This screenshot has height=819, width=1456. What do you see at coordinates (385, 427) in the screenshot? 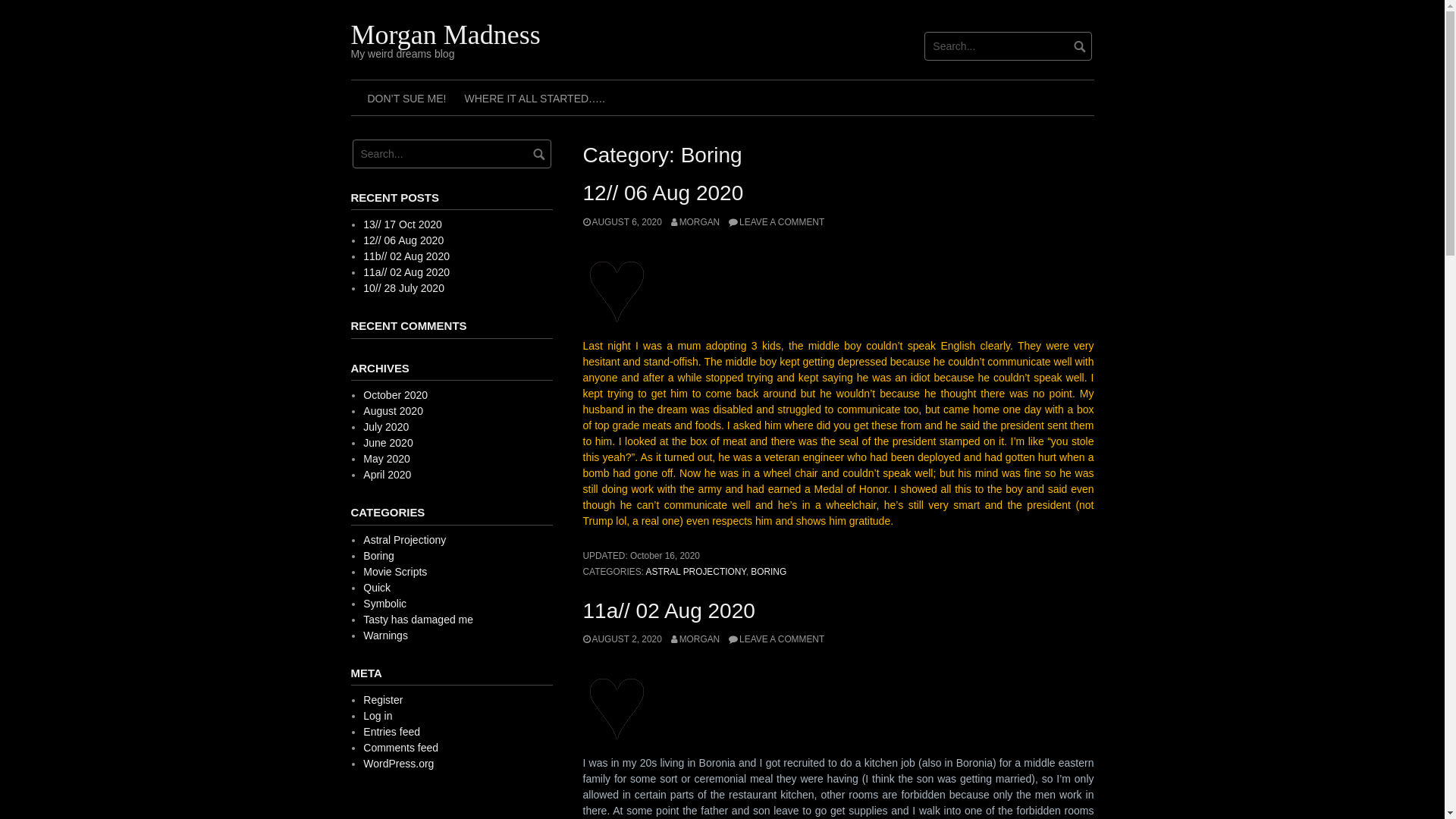
I see `'July 2020'` at bounding box center [385, 427].